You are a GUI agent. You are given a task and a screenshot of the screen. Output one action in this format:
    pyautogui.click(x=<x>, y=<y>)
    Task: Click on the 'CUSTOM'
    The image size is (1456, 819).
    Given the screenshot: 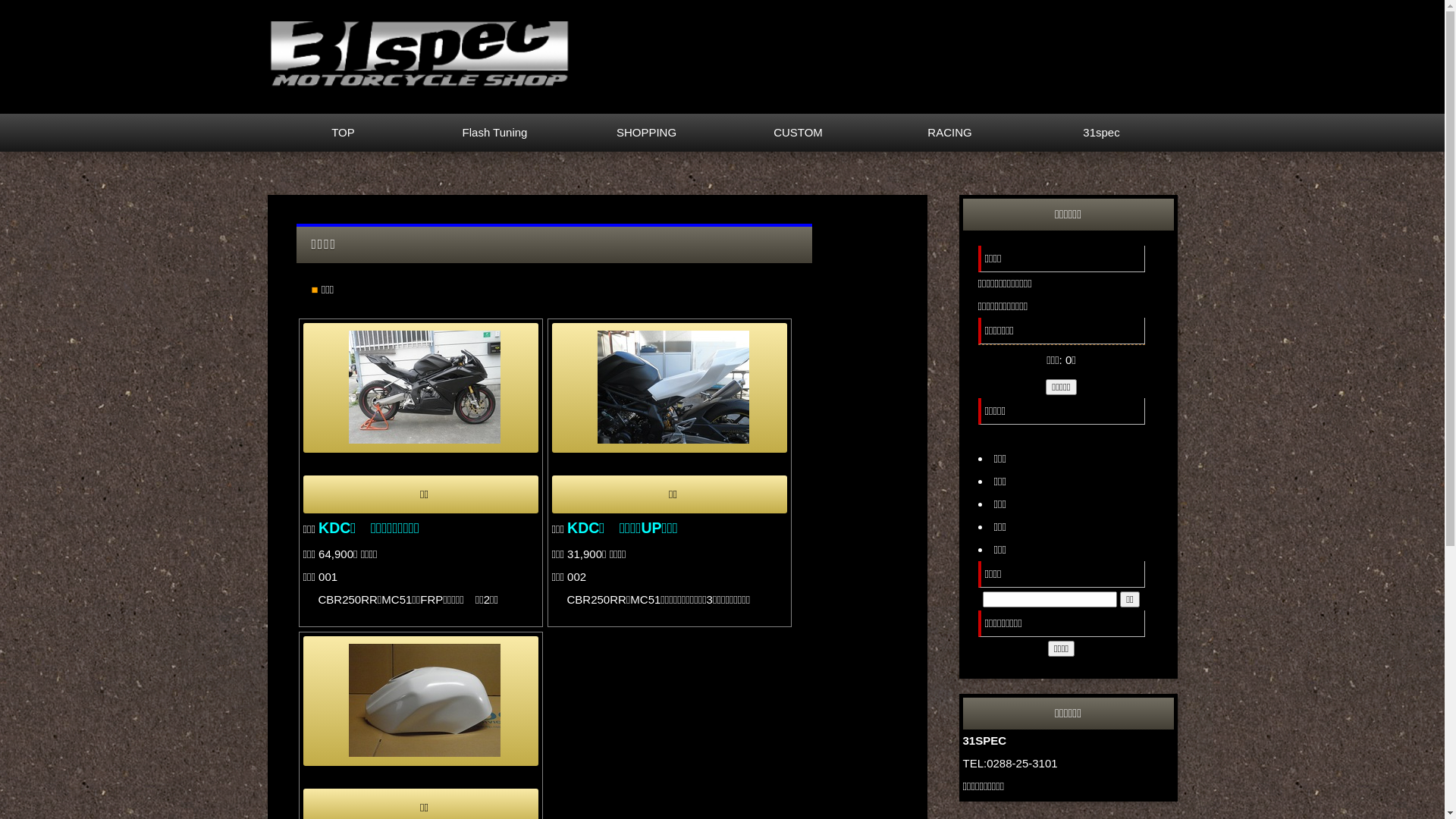 What is the action you would take?
    pyautogui.click(x=796, y=131)
    